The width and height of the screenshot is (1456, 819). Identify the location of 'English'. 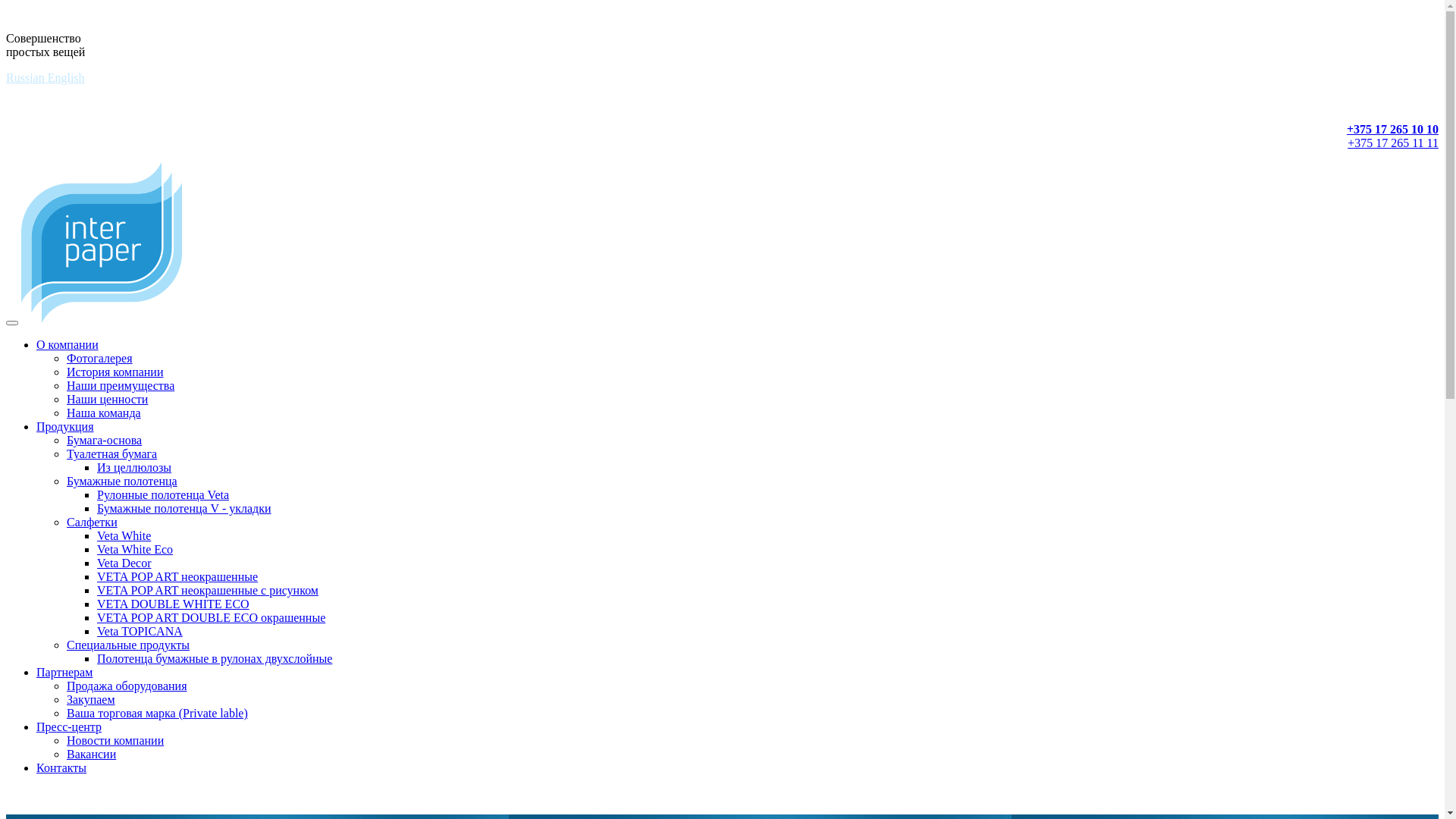
(65, 77).